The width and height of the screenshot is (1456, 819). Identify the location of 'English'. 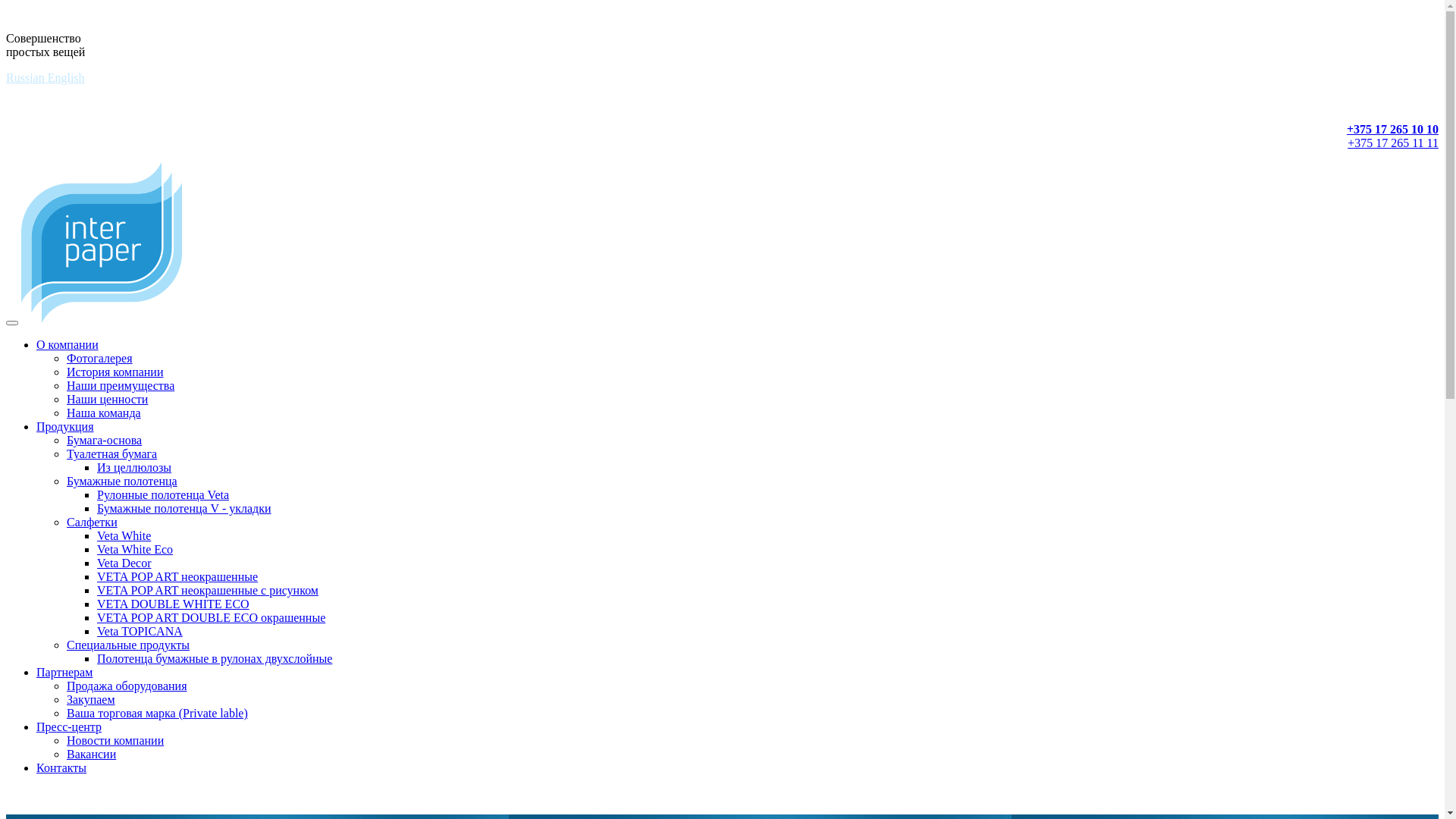
(65, 77).